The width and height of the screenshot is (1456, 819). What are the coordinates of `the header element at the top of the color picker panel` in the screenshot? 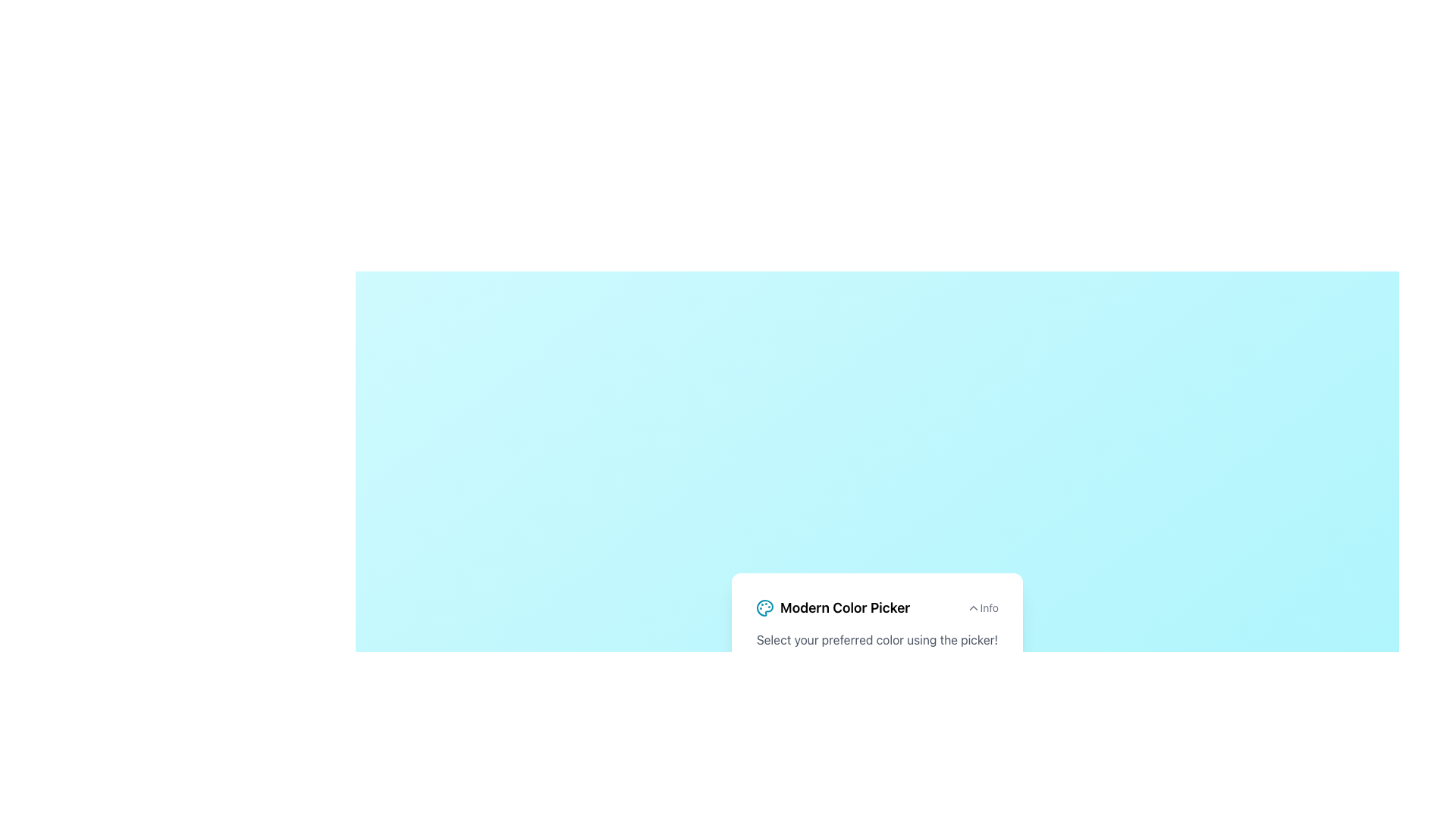 It's located at (877, 607).